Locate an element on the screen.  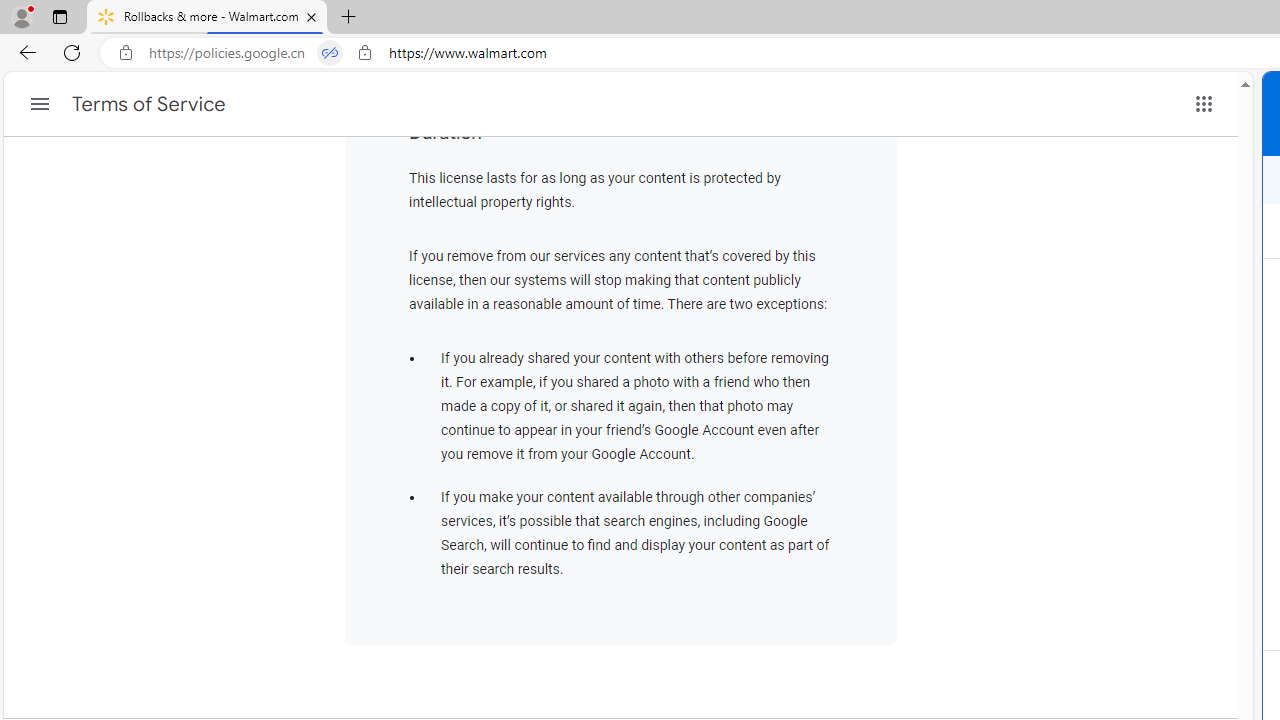
'Back' is located at coordinates (24, 51).